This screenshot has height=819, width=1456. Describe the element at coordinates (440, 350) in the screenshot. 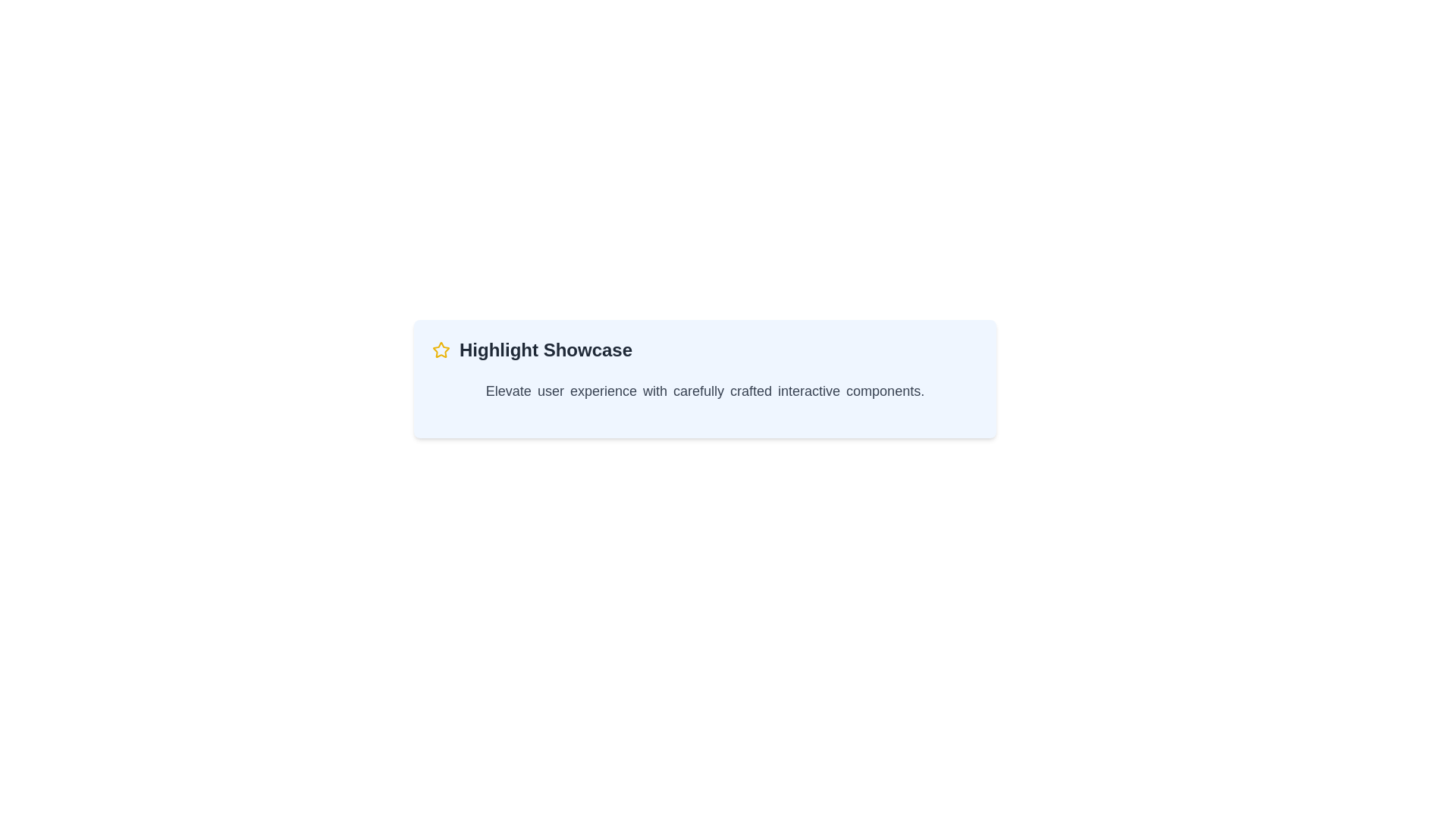

I see `the star-shaped yellow icon indicating importance, located to the left of the 'Highlight Showcase' text` at that location.